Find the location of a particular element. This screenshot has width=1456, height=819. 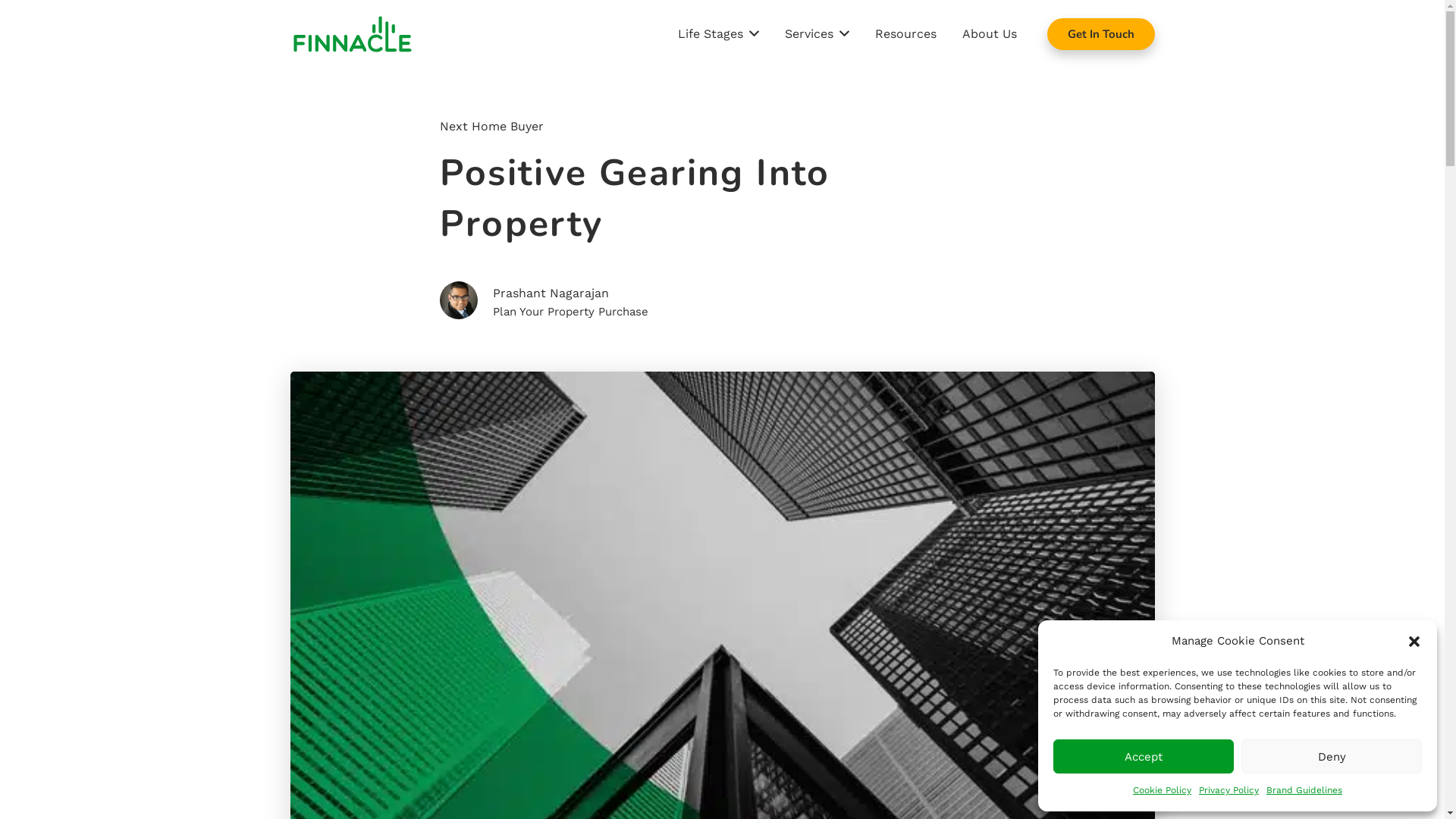

'Services' is located at coordinates (816, 34).